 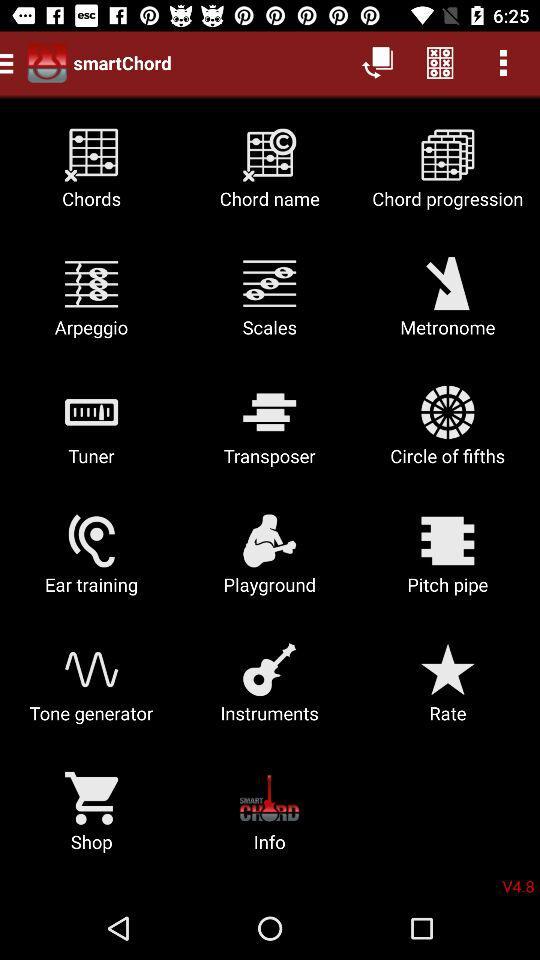 I want to click on icon below the ear training, so click(x=269, y=690).